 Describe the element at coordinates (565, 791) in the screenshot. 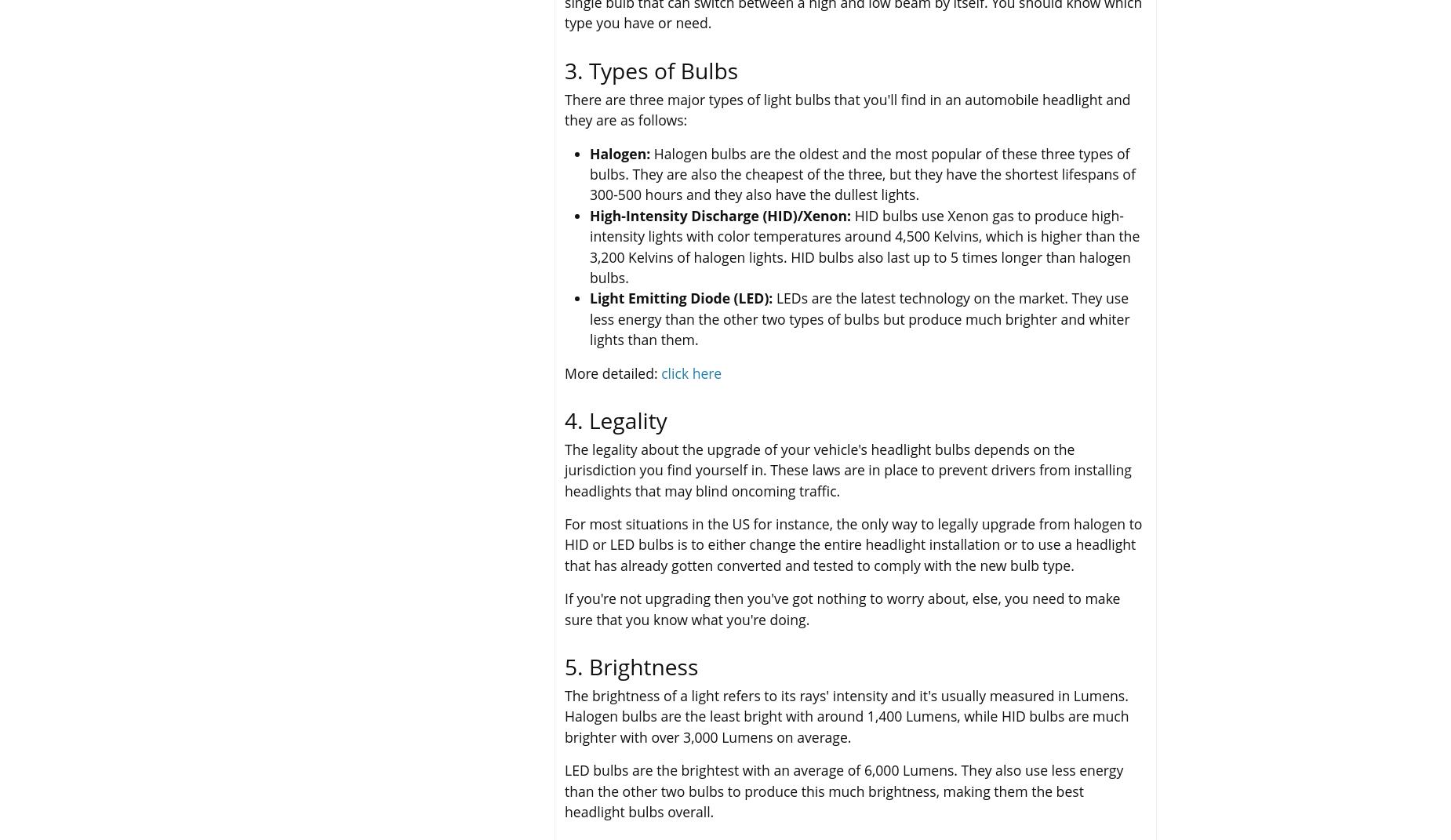

I see `'LED bulbs are the brightest with an average of 6,000 Lumens. They also use less energy than the other two bulbs to produce this much brightness, making them the best headlight bulbs overall.'` at that location.